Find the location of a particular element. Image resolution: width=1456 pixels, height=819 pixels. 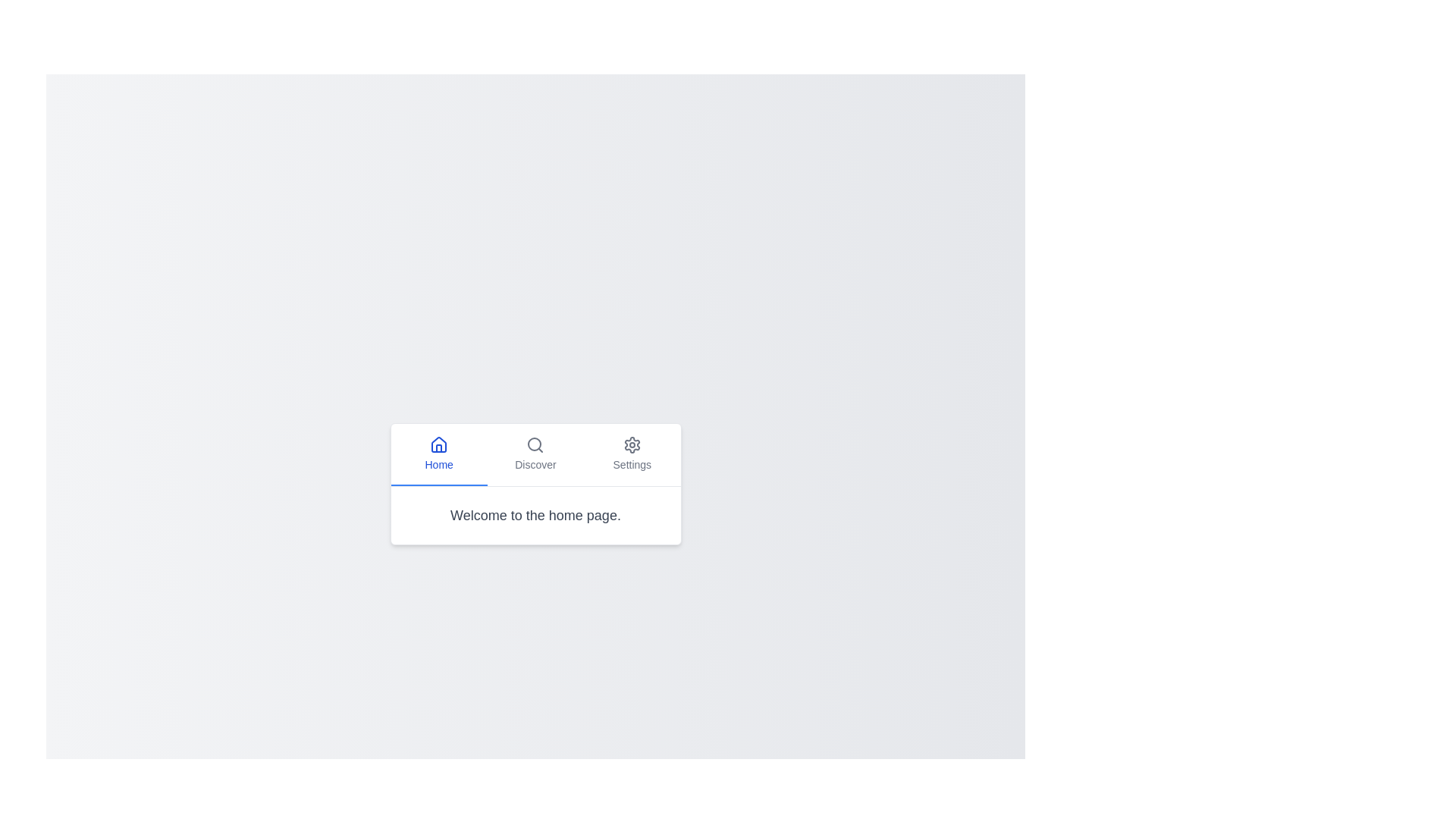

the Discover tab is located at coordinates (535, 453).